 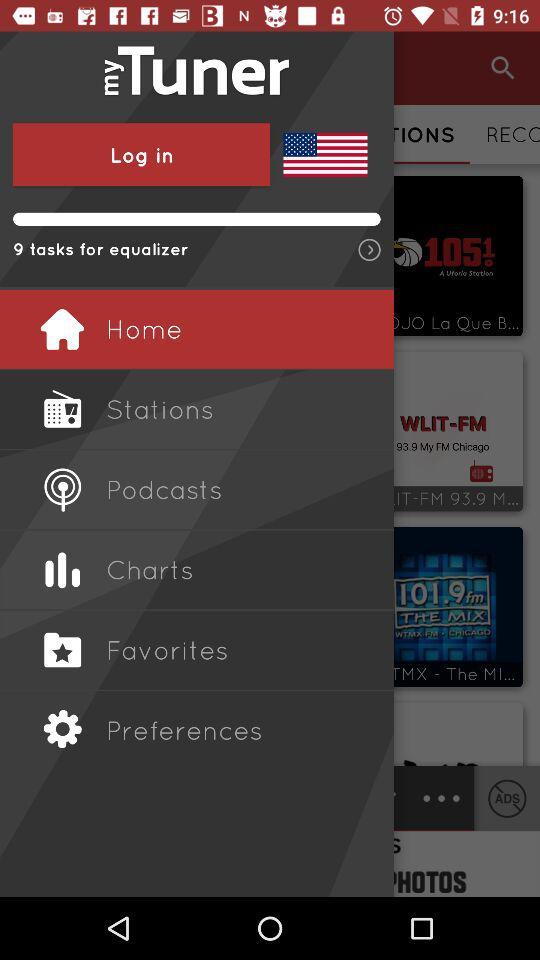 What do you see at coordinates (441, 798) in the screenshot?
I see `the more icon` at bounding box center [441, 798].